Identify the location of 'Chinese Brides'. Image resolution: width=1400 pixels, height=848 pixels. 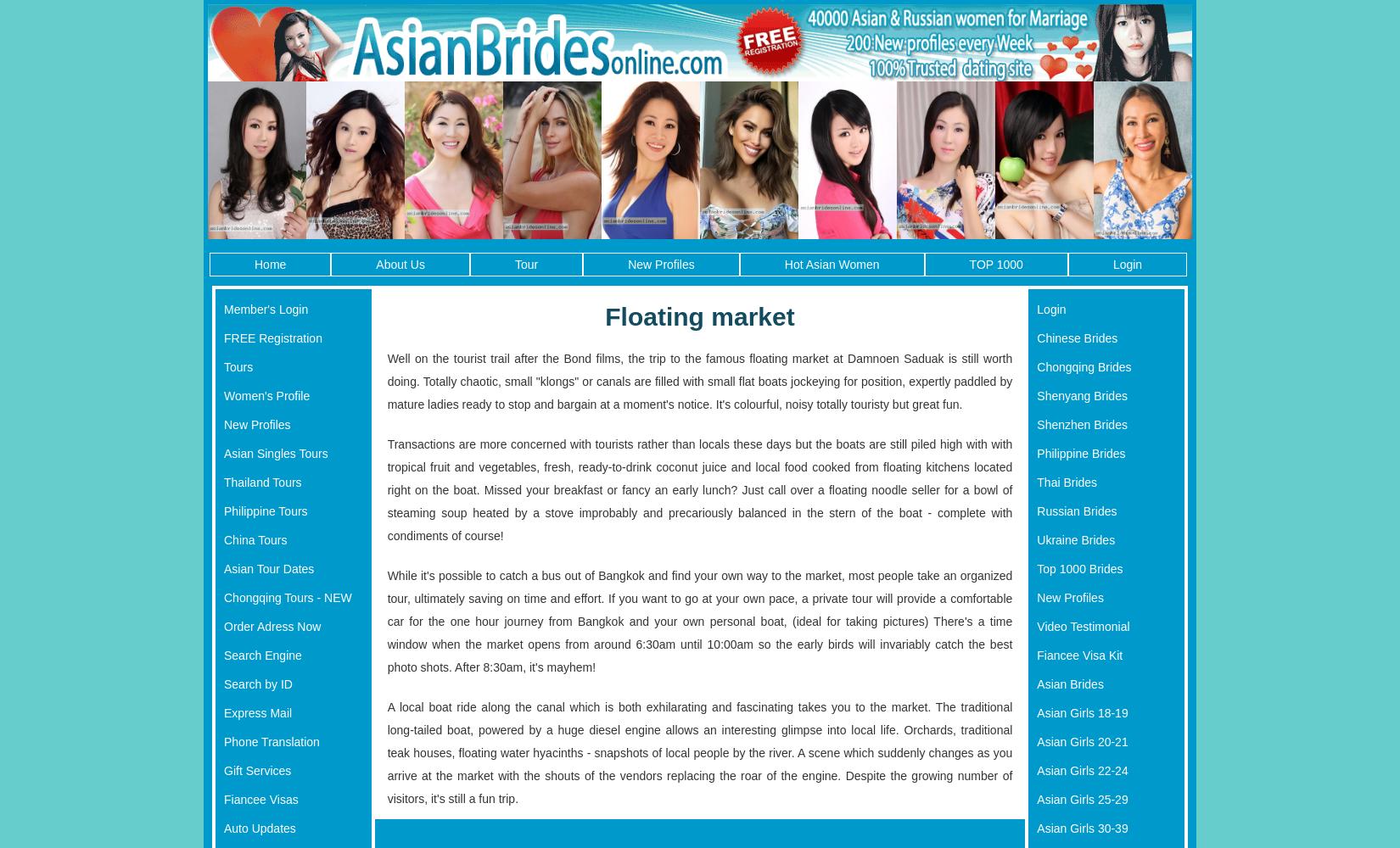
(1076, 338).